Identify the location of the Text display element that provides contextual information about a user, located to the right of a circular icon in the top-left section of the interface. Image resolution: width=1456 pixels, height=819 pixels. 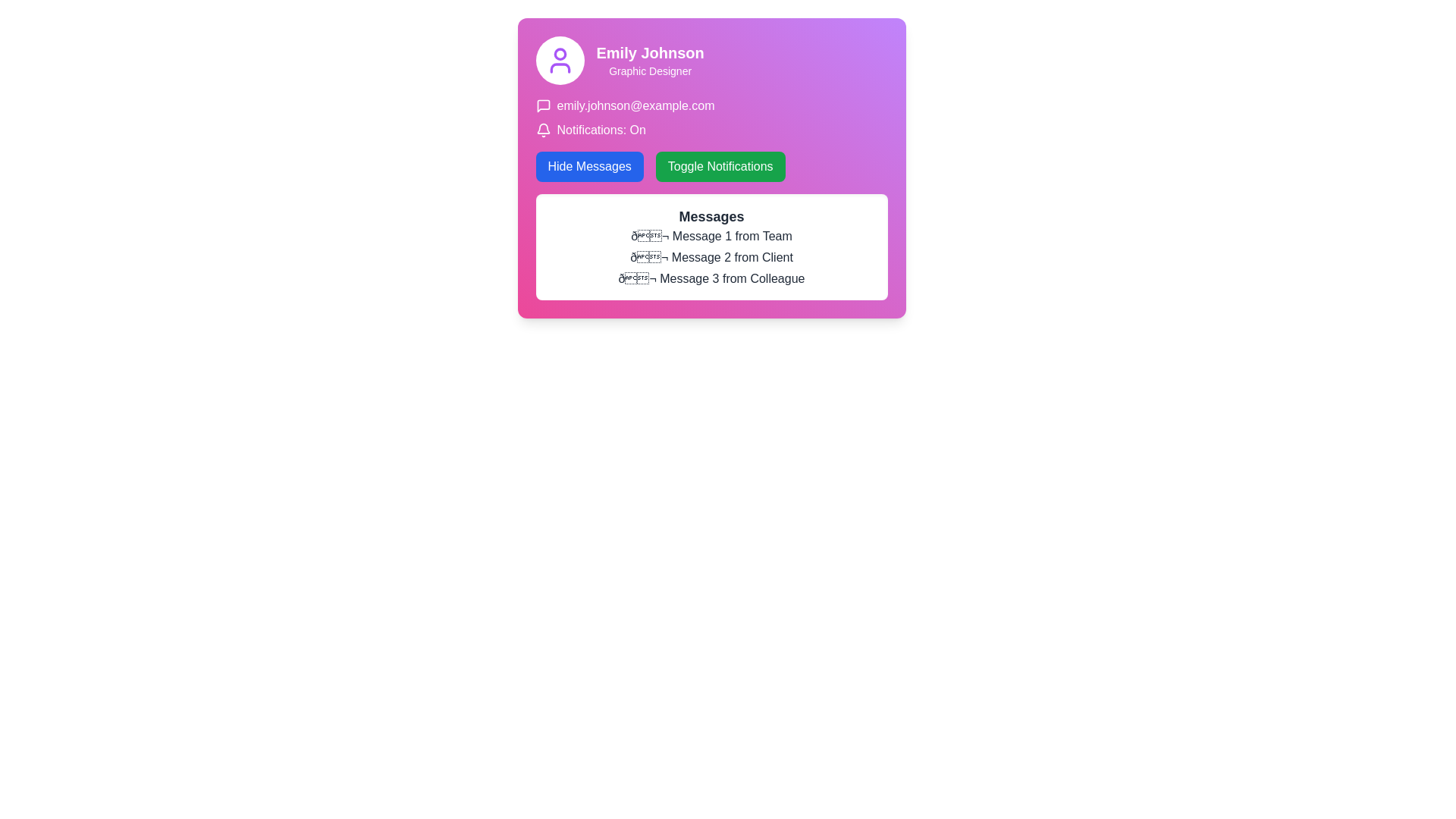
(650, 60).